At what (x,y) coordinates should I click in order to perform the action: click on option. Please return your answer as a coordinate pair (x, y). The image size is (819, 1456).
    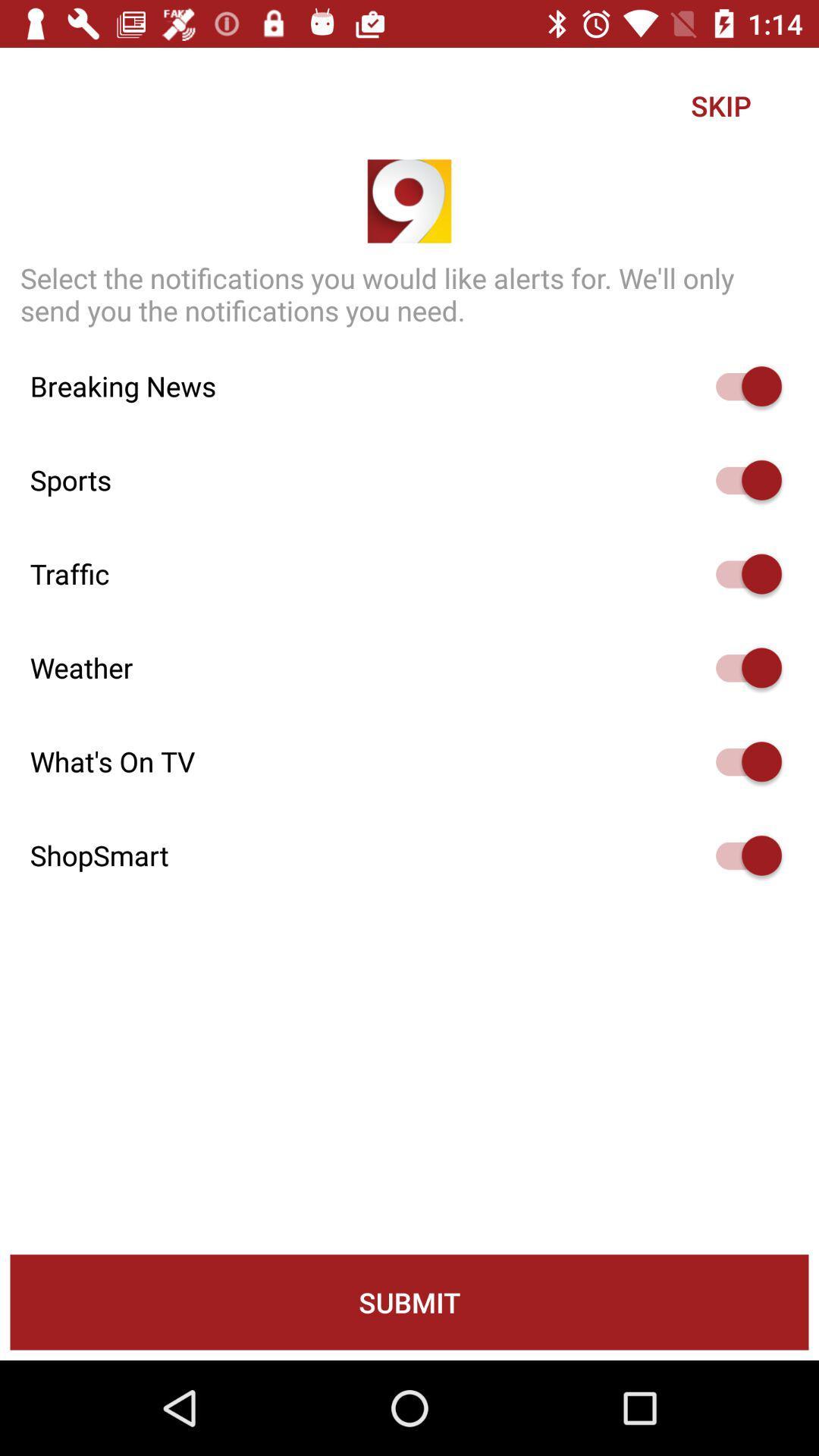
    Looking at the image, I should click on (741, 855).